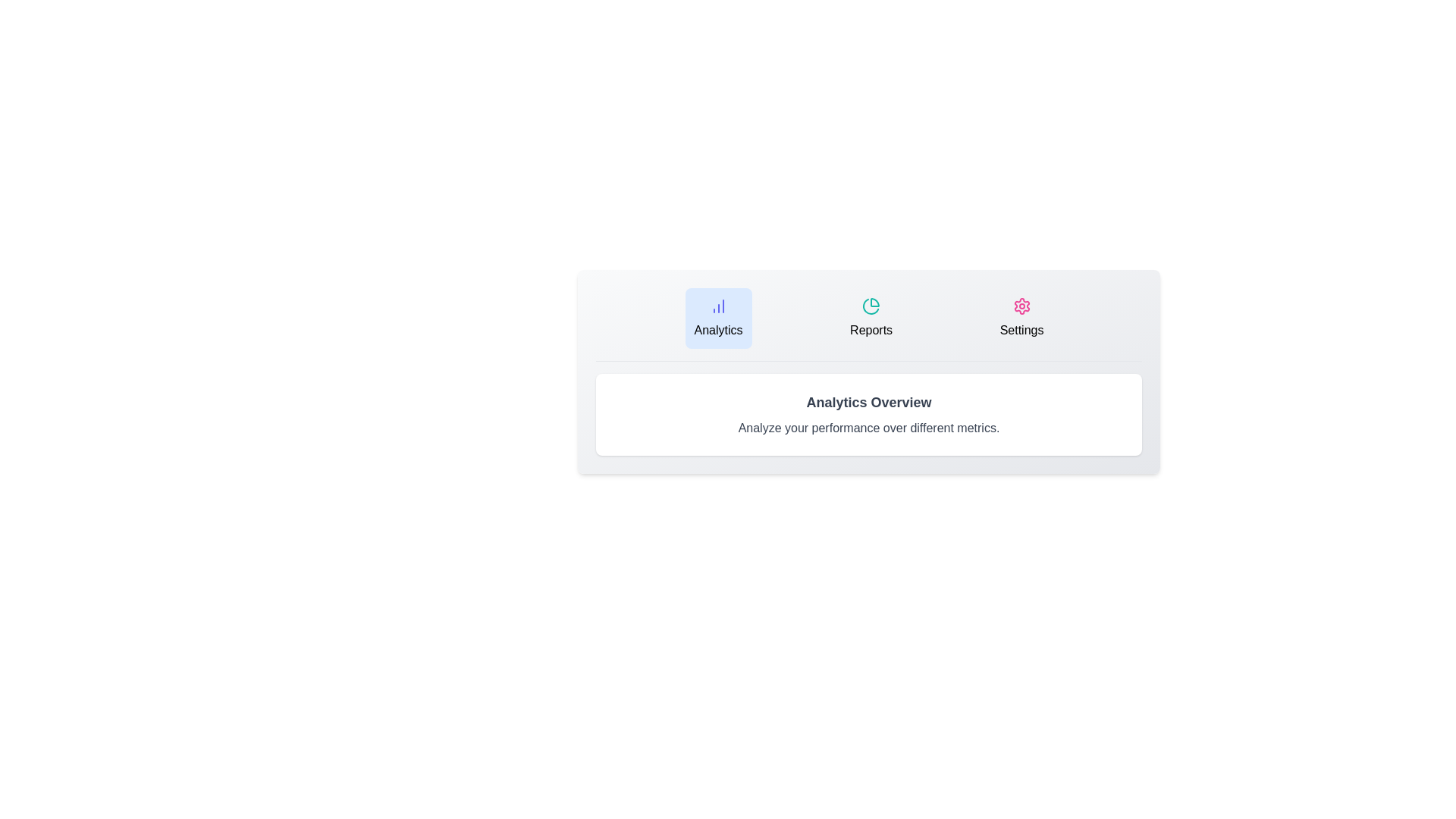  What do you see at coordinates (1021, 318) in the screenshot?
I see `the Settings tab to view its content` at bounding box center [1021, 318].